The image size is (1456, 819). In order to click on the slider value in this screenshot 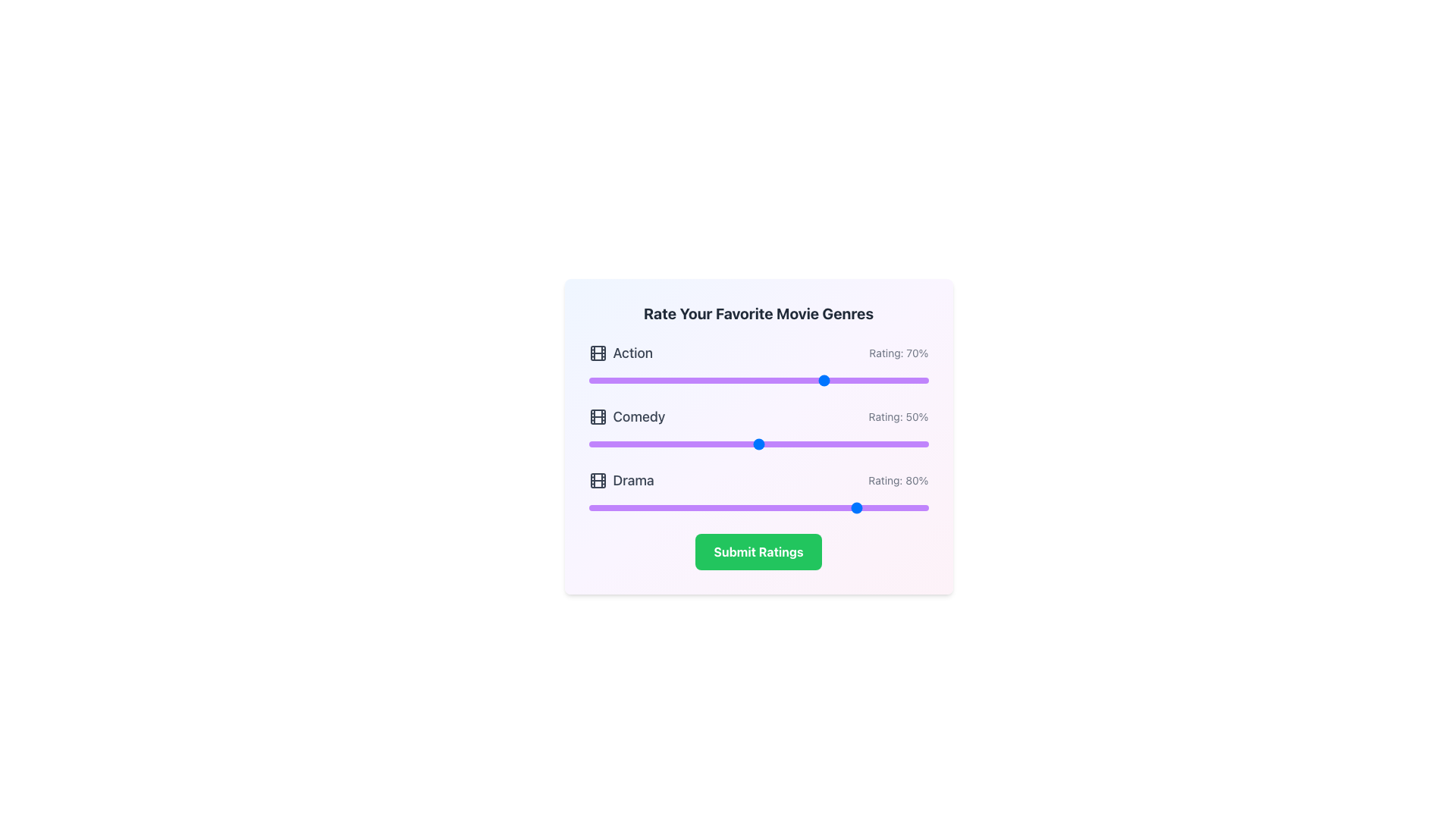, I will do `click(846, 508)`.